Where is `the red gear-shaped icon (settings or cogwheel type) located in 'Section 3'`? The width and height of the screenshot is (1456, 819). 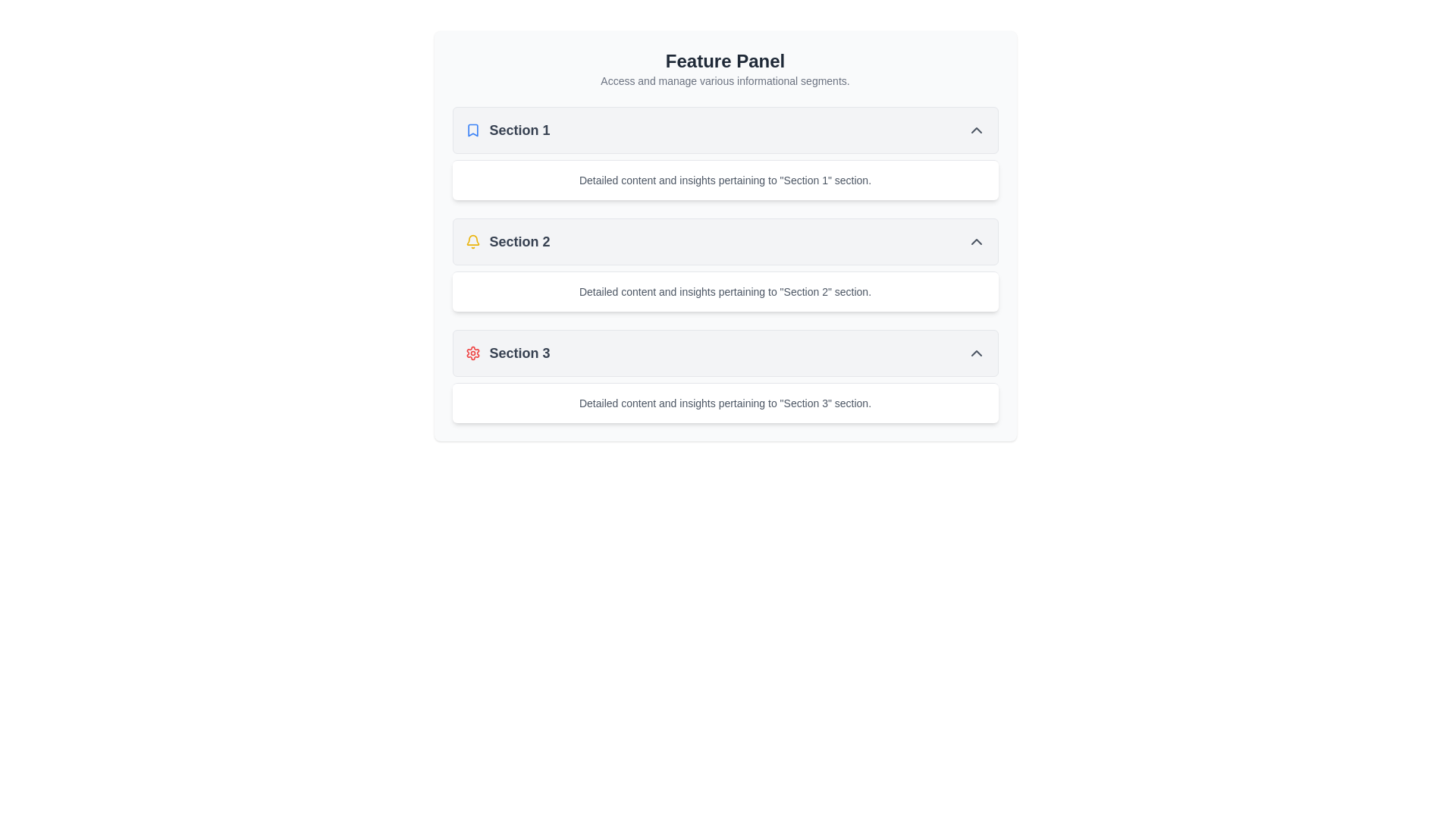 the red gear-shaped icon (settings or cogwheel type) located in 'Section 3' is located at coordinates (472, 353).